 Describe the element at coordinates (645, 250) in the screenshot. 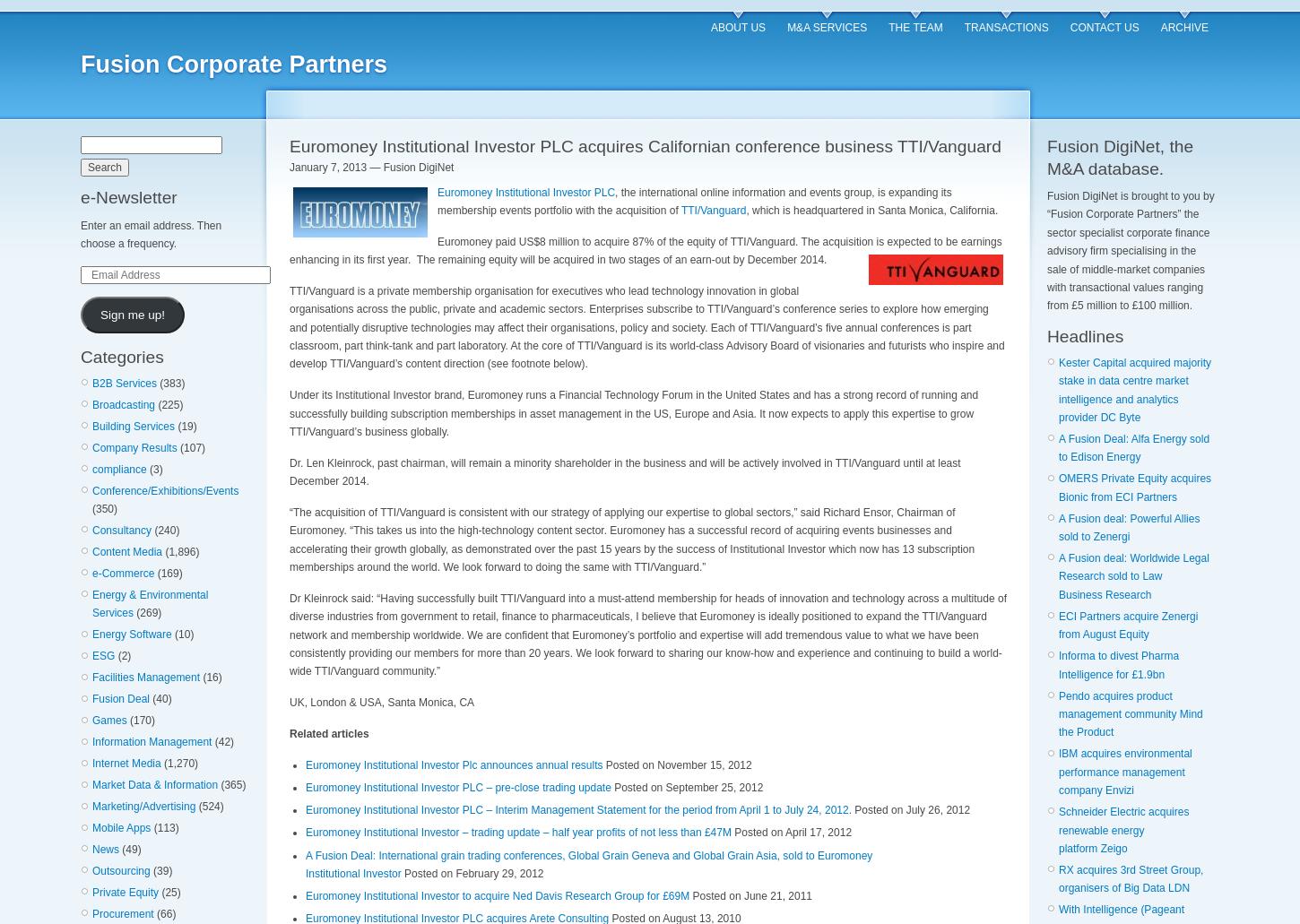

I see `'Euromoney paid US$8 million to acquire 87% of the equity of TTI/Vanguard. The acquisition is expected to be earnings enhancing in its'` at that location.